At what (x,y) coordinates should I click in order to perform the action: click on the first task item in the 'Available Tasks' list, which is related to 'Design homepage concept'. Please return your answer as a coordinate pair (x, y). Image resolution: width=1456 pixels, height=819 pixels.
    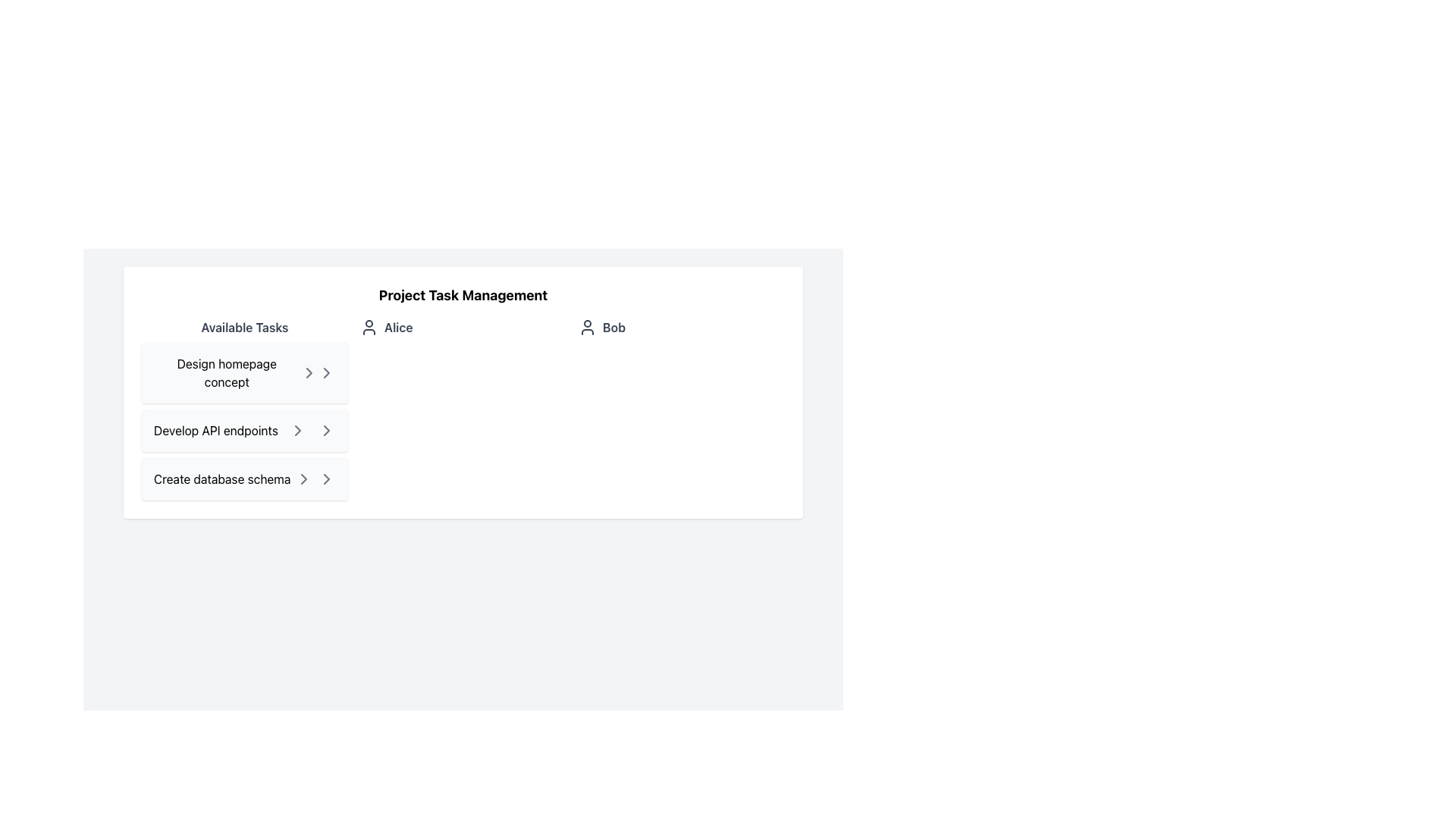
    Looking at the image, I should click on (244, 373).